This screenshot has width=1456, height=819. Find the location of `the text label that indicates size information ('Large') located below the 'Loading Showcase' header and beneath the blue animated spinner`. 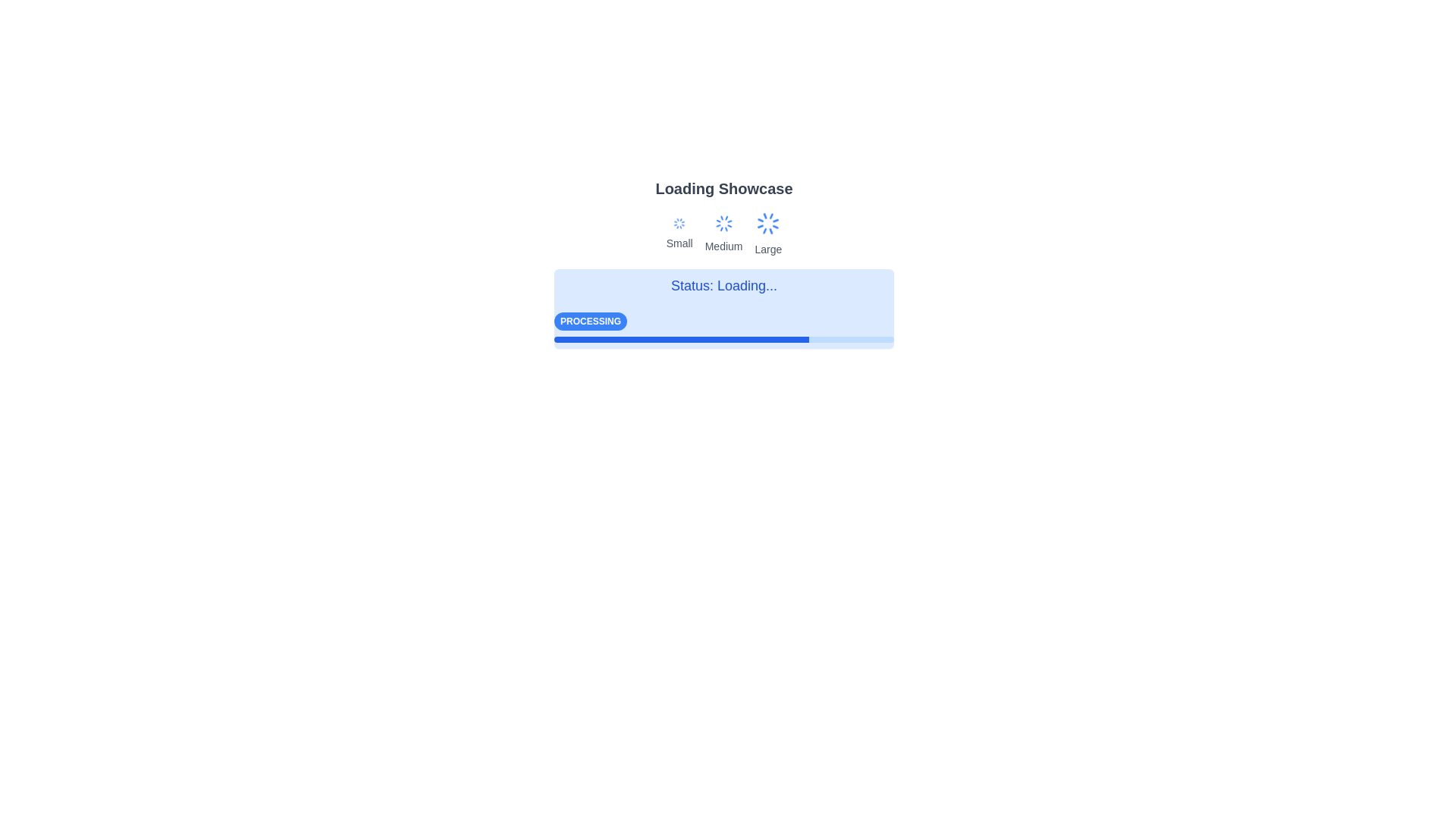

the text label that indicates size information ('Large') located below the 'Loading Showcase' header and beneath the blue animated spinner is located at coordinates (768, 248).